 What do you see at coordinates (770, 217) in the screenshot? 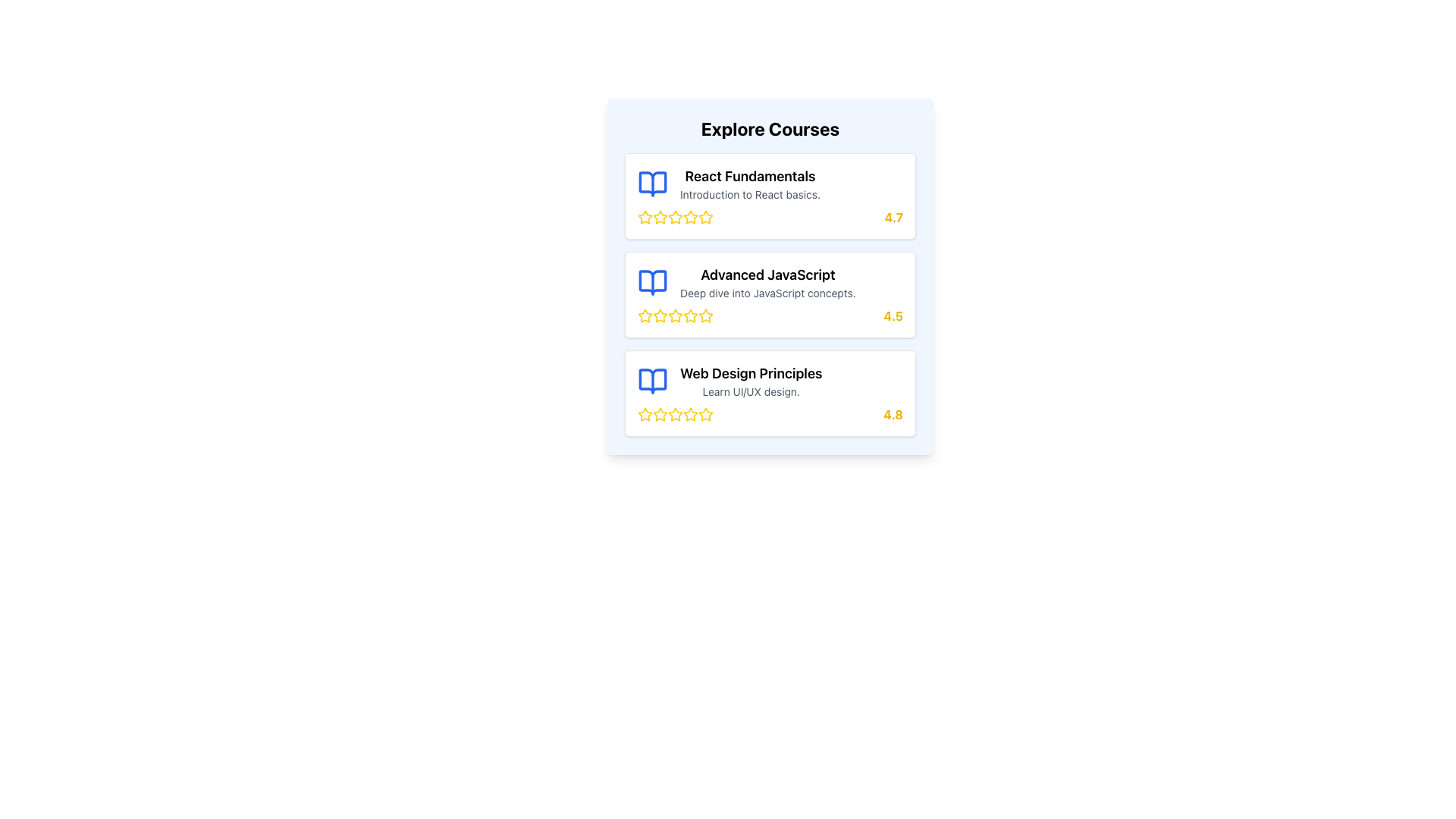
I see `the individual star icons in the Rating Indicator for the 'React Fundamentals' card, which has a numeric rating value of '4.7' and is visually represented by yellow stars` at bounding box center [770, 217].